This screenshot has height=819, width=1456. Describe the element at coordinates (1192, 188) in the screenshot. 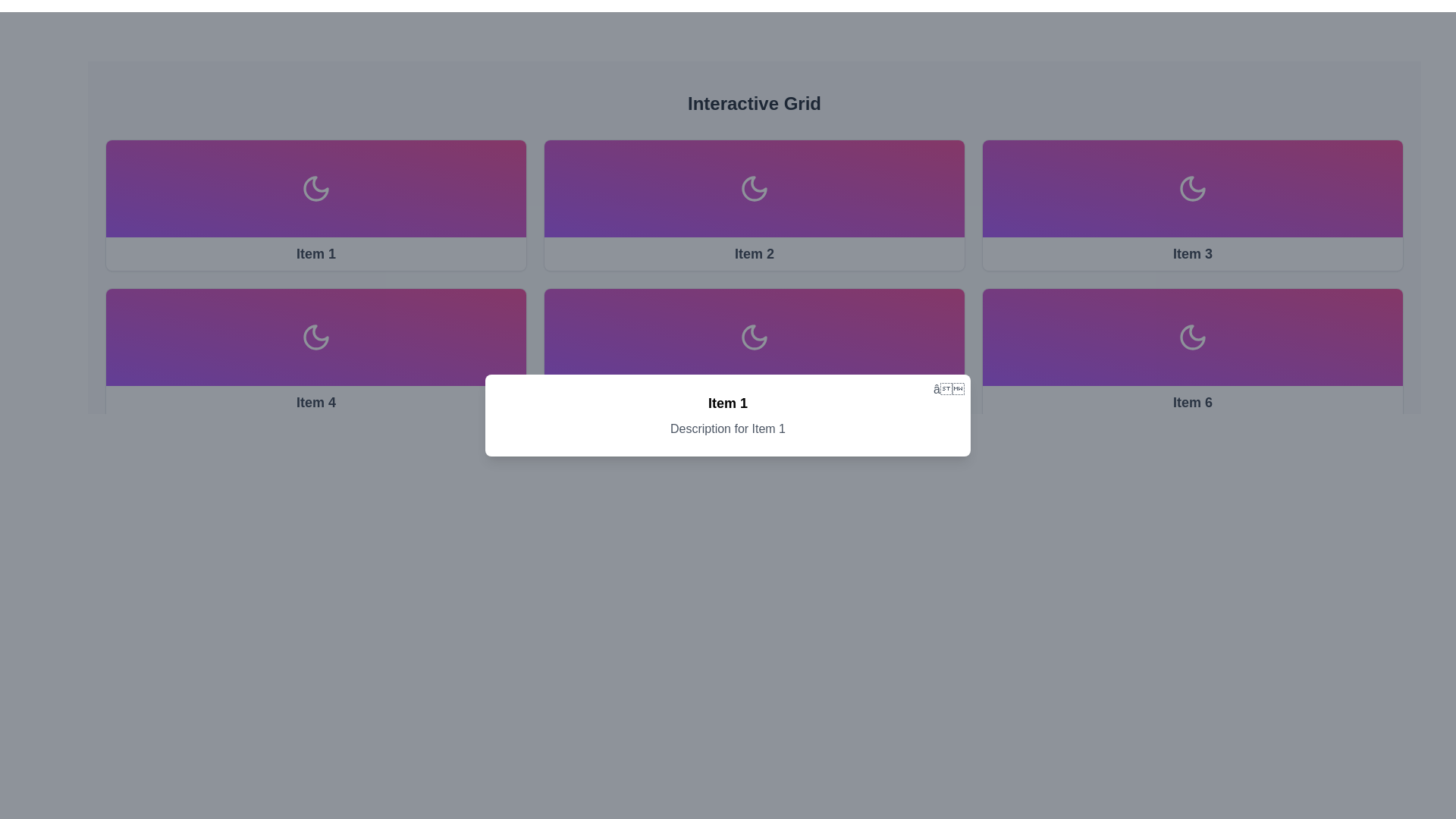

I see `the decorative SVG icon of the crescent moon located in the third card labeled 'Item 3' in the top row of a horizontal grid` at that location.